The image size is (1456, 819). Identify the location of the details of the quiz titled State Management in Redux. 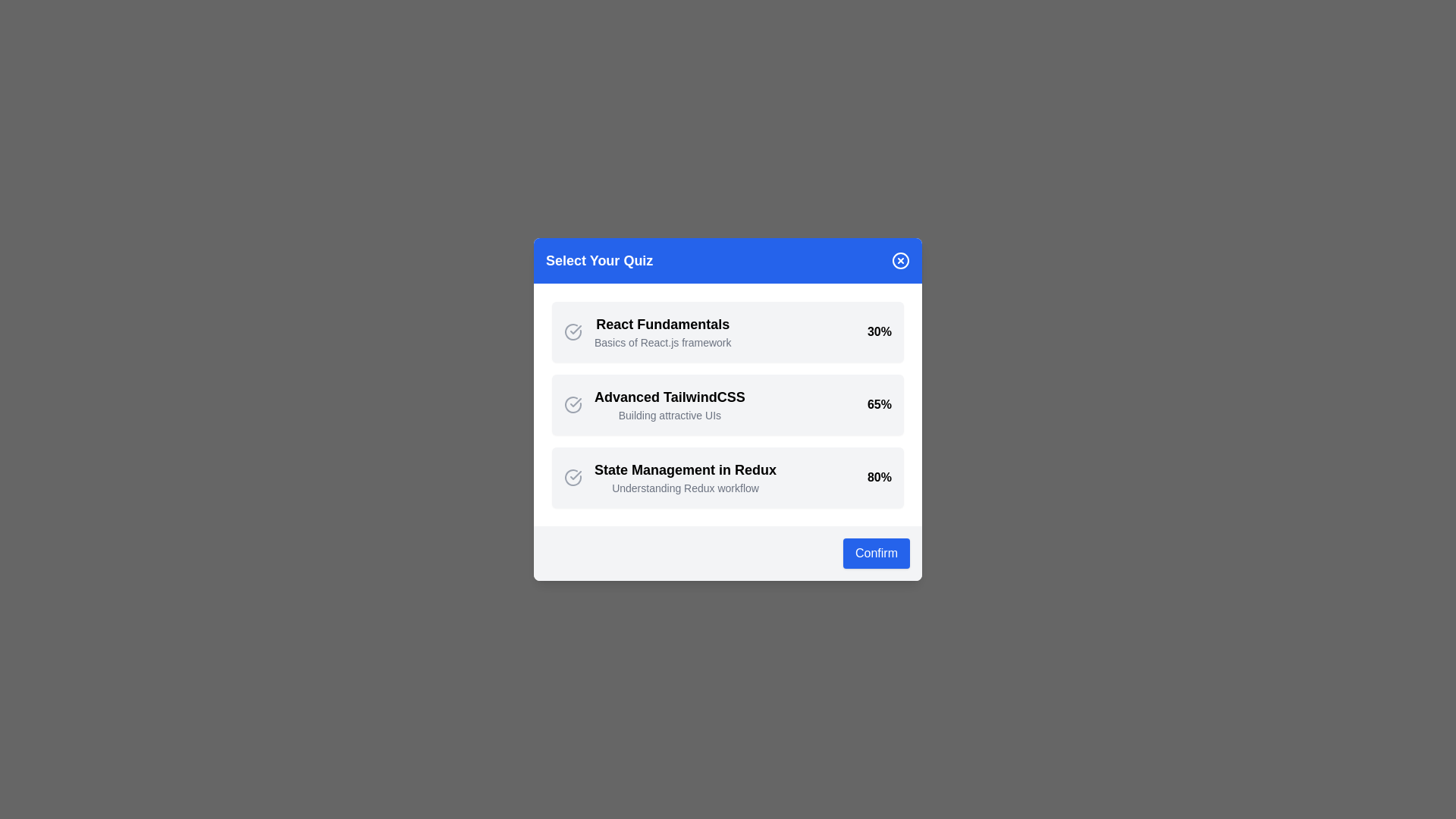
(684, 469).